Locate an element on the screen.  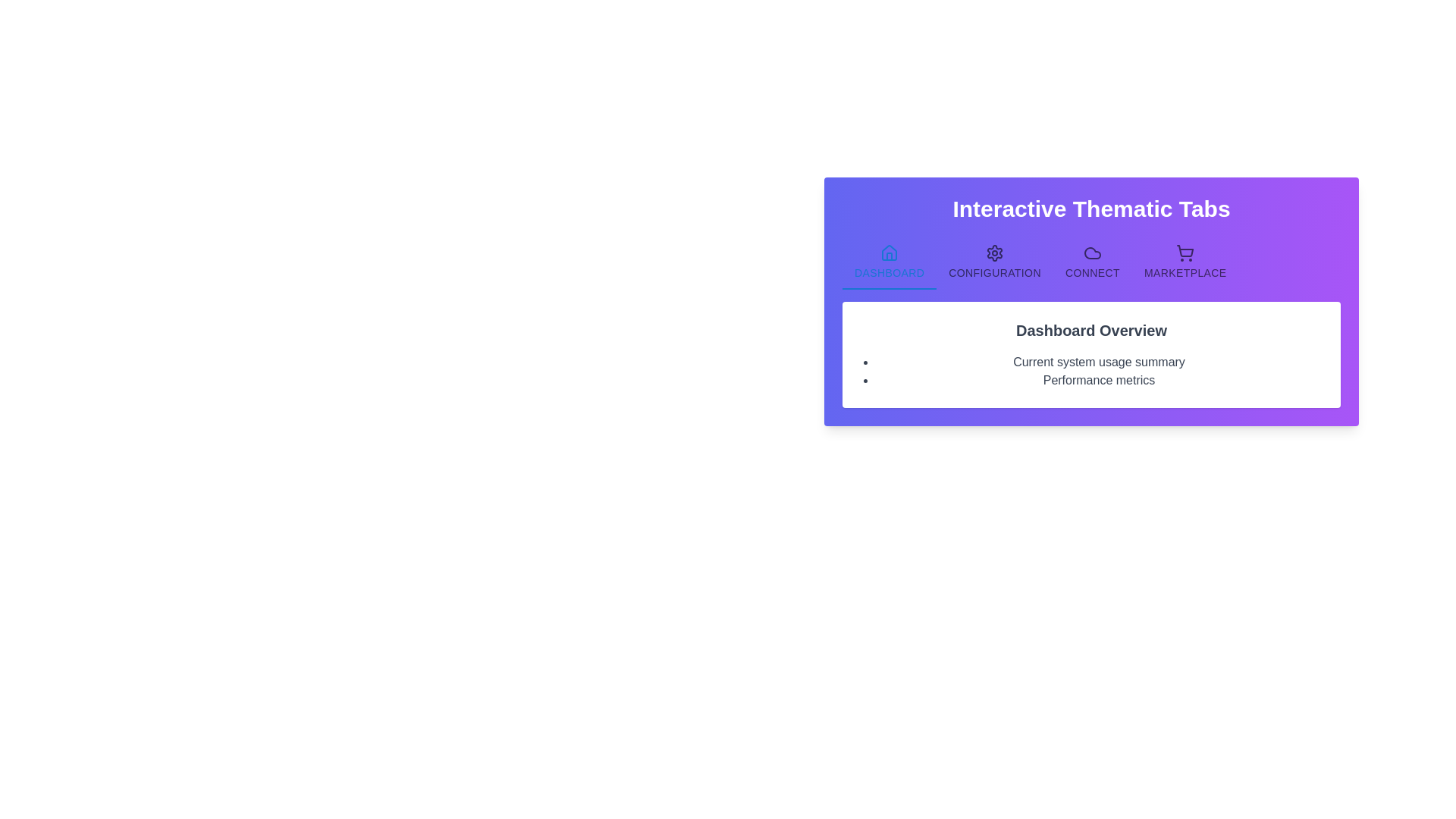
the 'Dashboard' tab icon in the navigation bar is located at coordinates (890, 253).